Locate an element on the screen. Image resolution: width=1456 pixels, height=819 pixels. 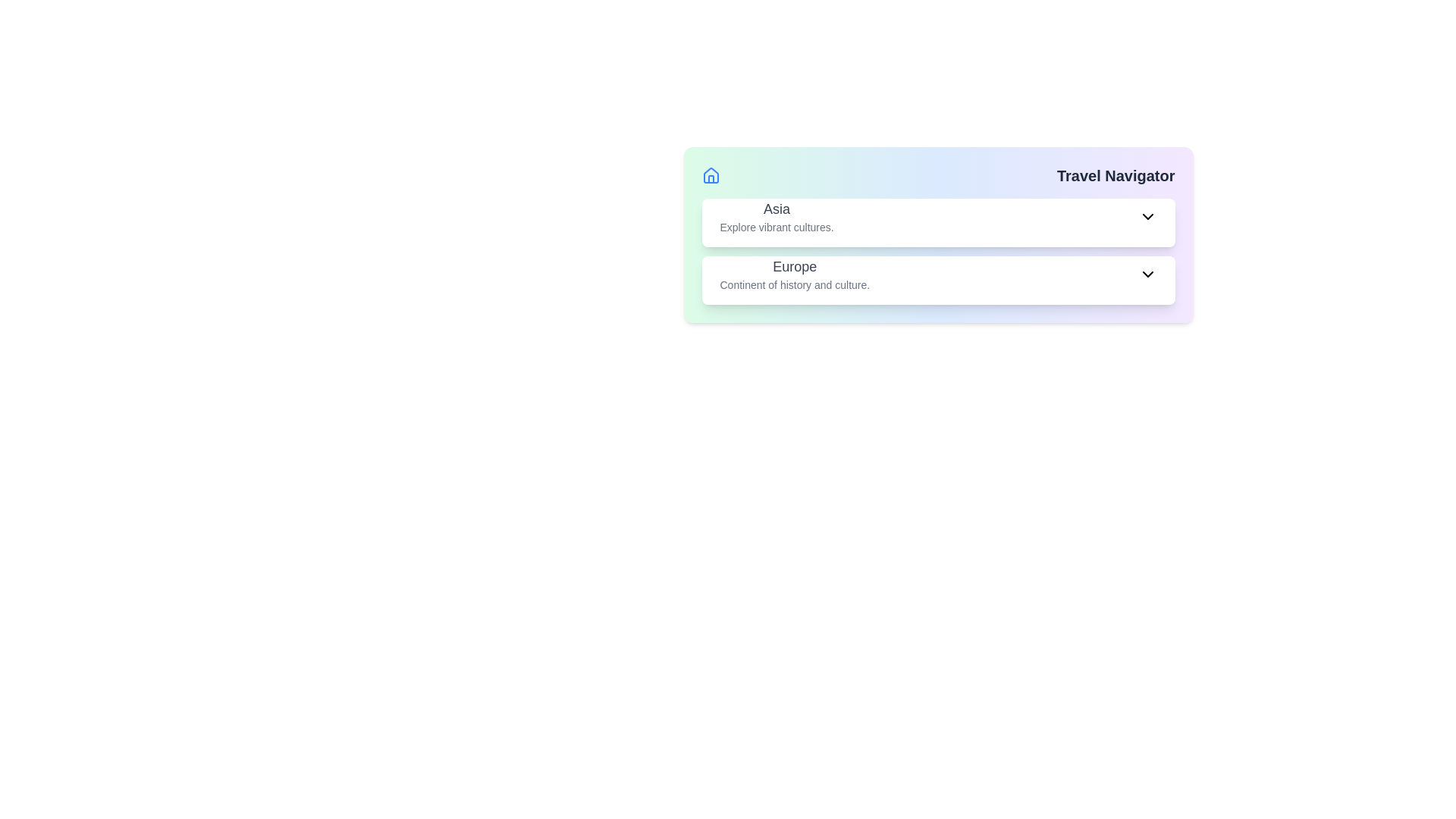
the Text Display element that shows the title 'Asia' and subtitle 'Explore vibrant cultures.' is located at coordinates (777, 216).